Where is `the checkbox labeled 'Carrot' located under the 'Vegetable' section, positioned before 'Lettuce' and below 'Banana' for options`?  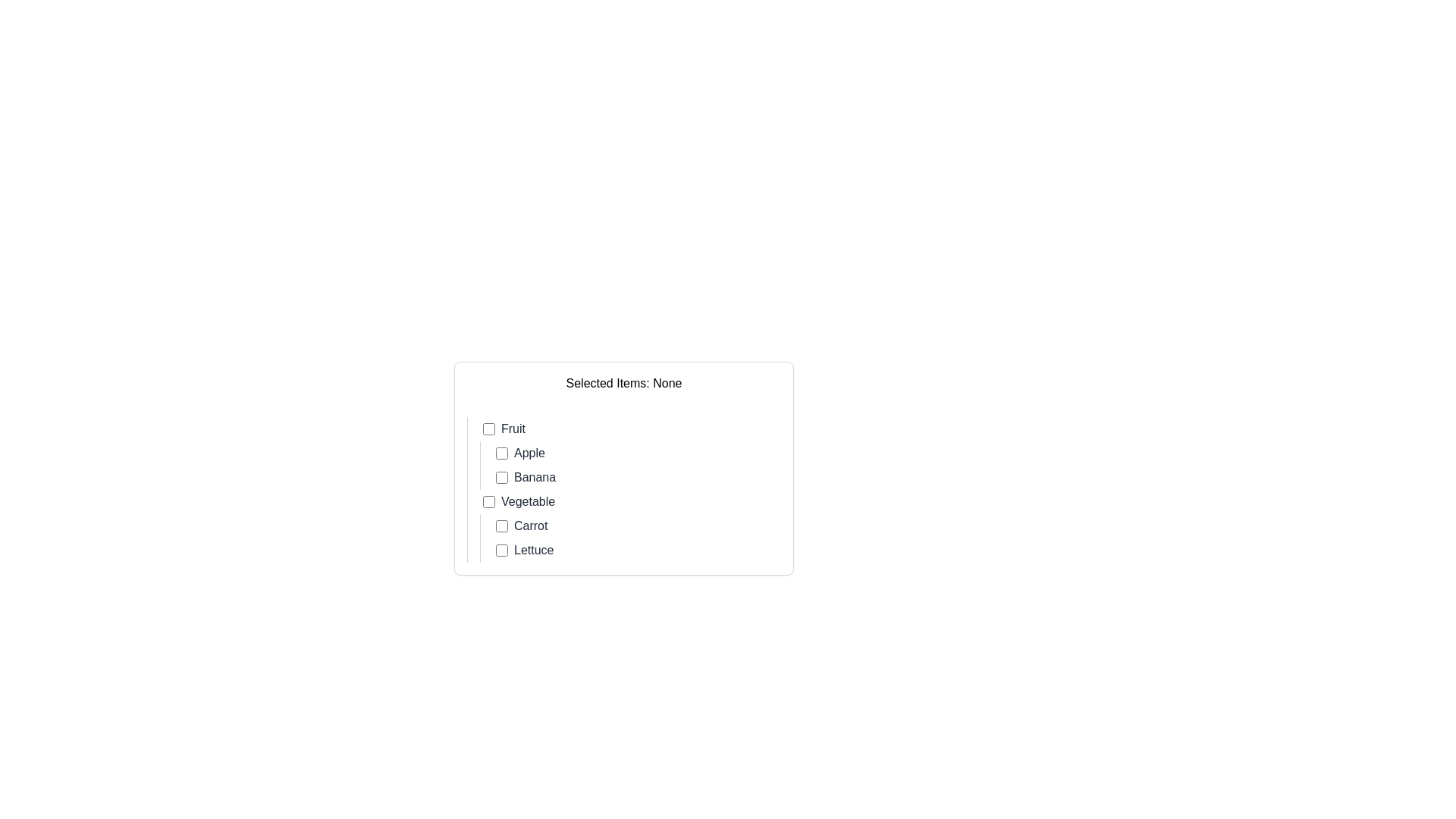
the checkbox labeled 'Carrot' located under the 'Vegetable' section, positioned before 'Lettuce' and below 'Banana' for options is located at coordinates (637, 526).